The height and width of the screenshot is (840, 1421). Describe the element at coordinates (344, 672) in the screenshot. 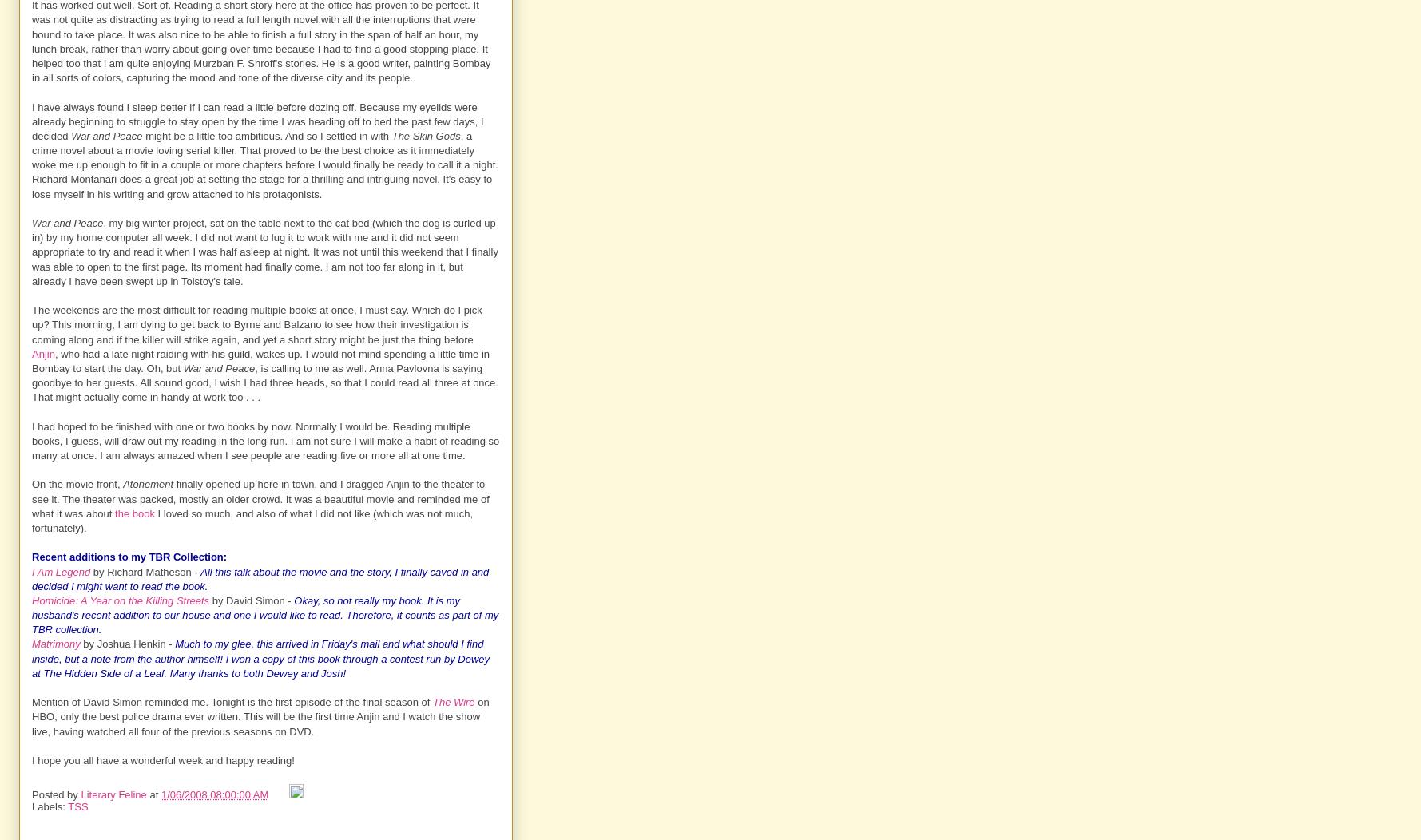

I see `'!'` at that location.